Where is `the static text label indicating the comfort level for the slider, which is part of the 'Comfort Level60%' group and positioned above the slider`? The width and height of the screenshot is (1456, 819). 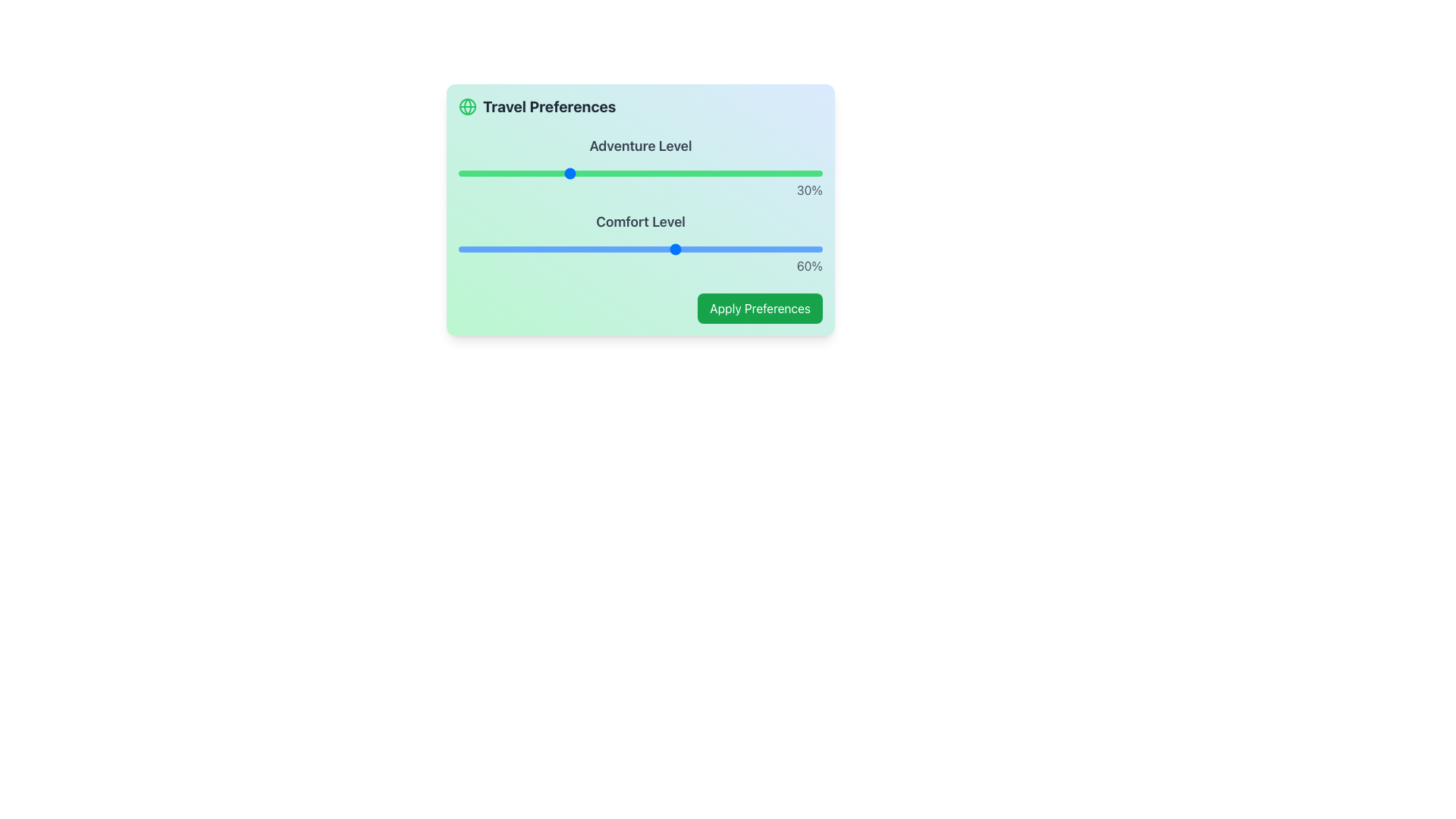
the static text label indicating the comfort level for the slider, which is part of the 'Comfort Level60%' group and positioned above the slider is located at coordinates (640, 222).